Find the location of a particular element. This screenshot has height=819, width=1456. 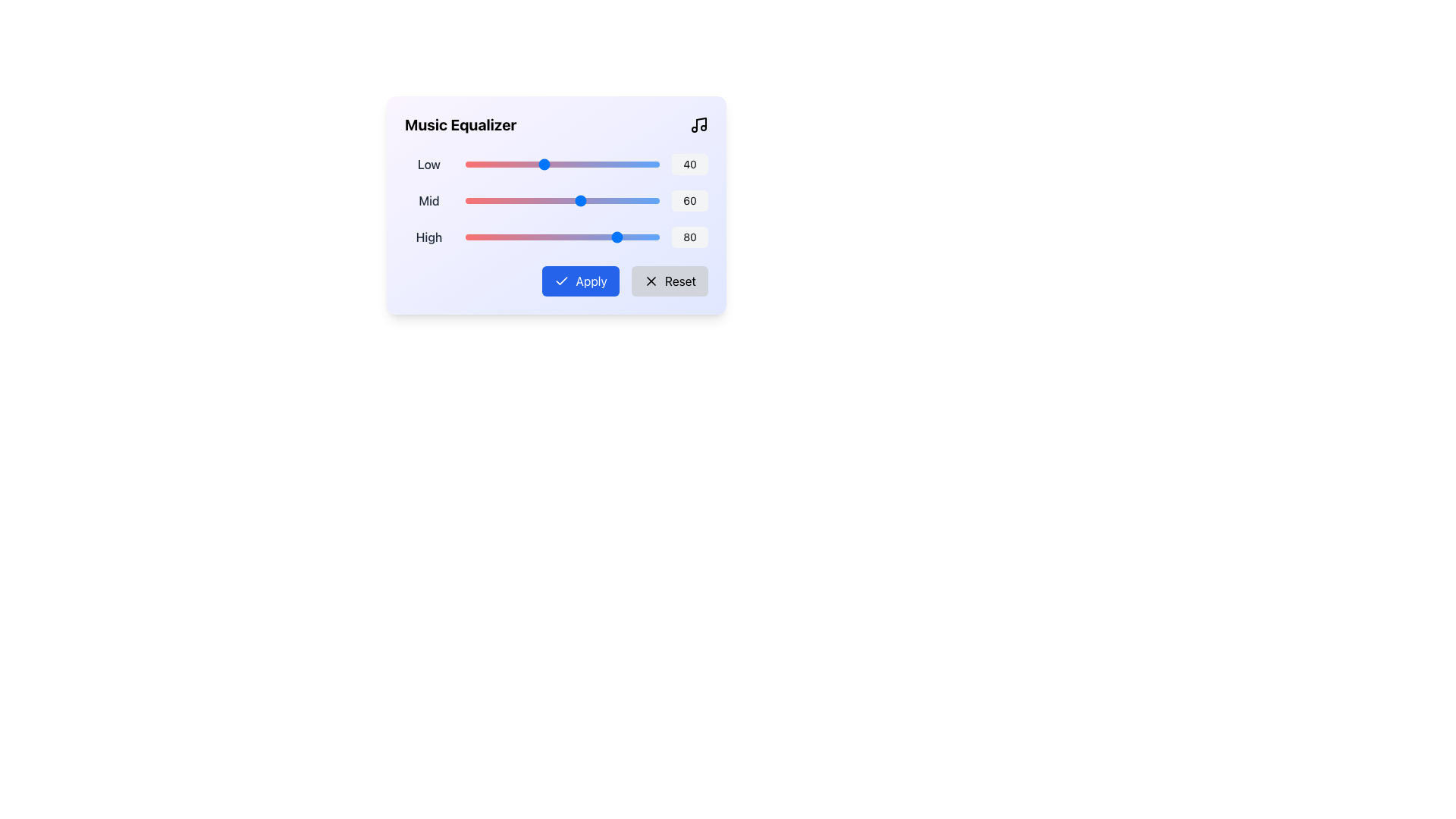

the Low frequency equalizer value is located at coordinates (597, 164).